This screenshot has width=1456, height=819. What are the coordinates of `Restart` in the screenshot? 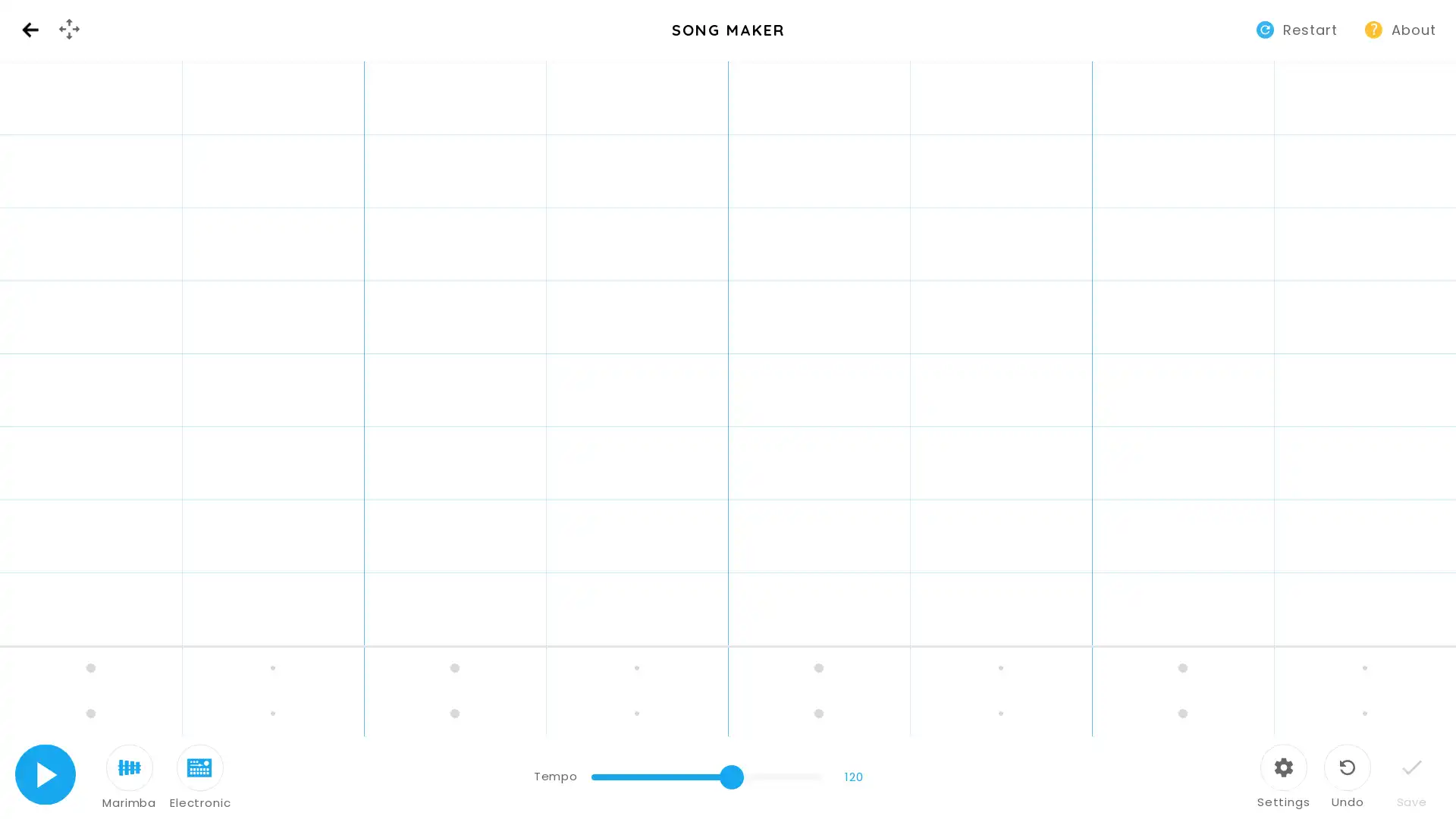 It's located at (1298, 29).